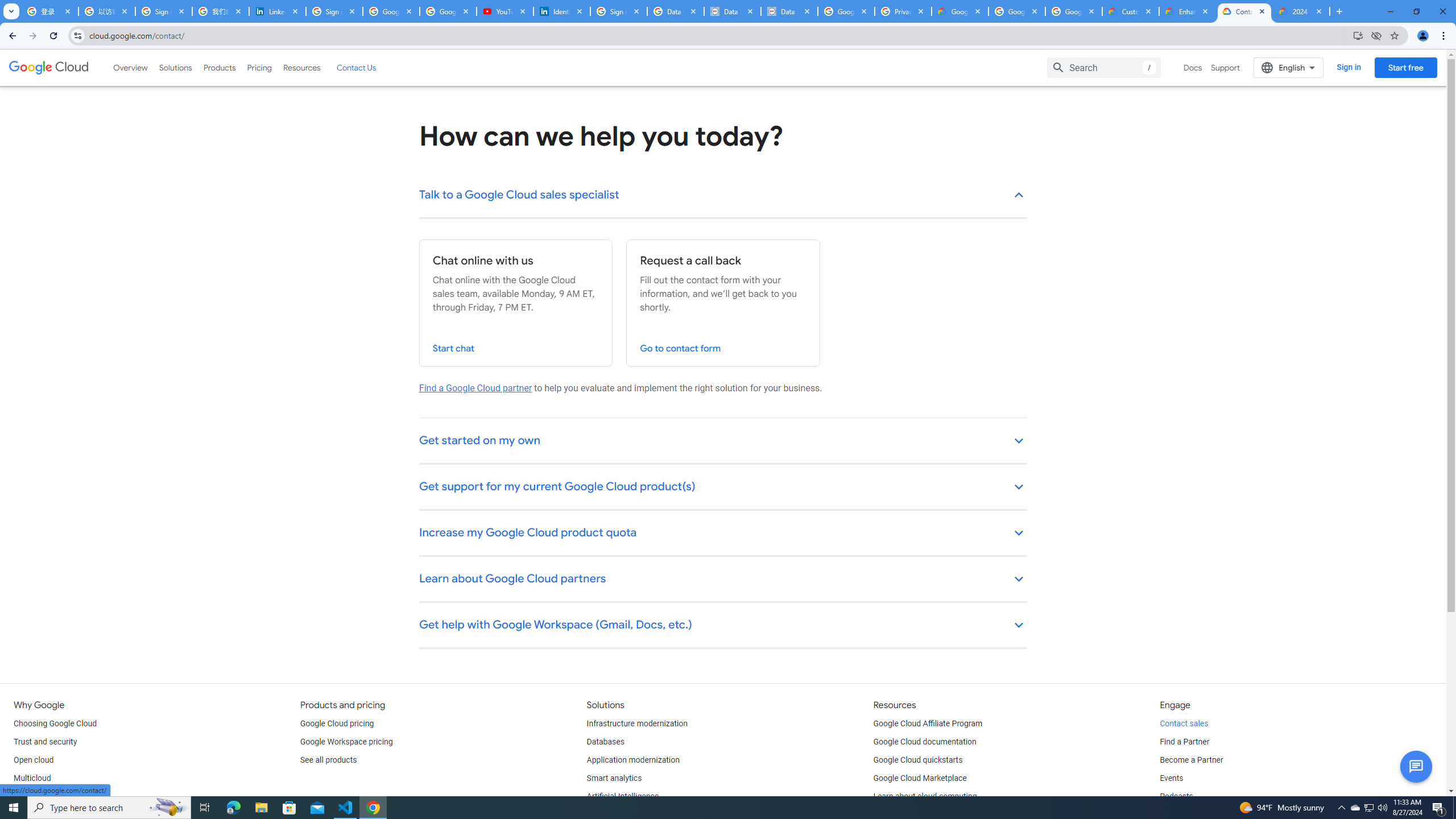 The image size is (1456, 819). What do you see at coordinates (1405, 67) in the screenshot?
I see `'Start free'` at bounding box center [1405, 67].